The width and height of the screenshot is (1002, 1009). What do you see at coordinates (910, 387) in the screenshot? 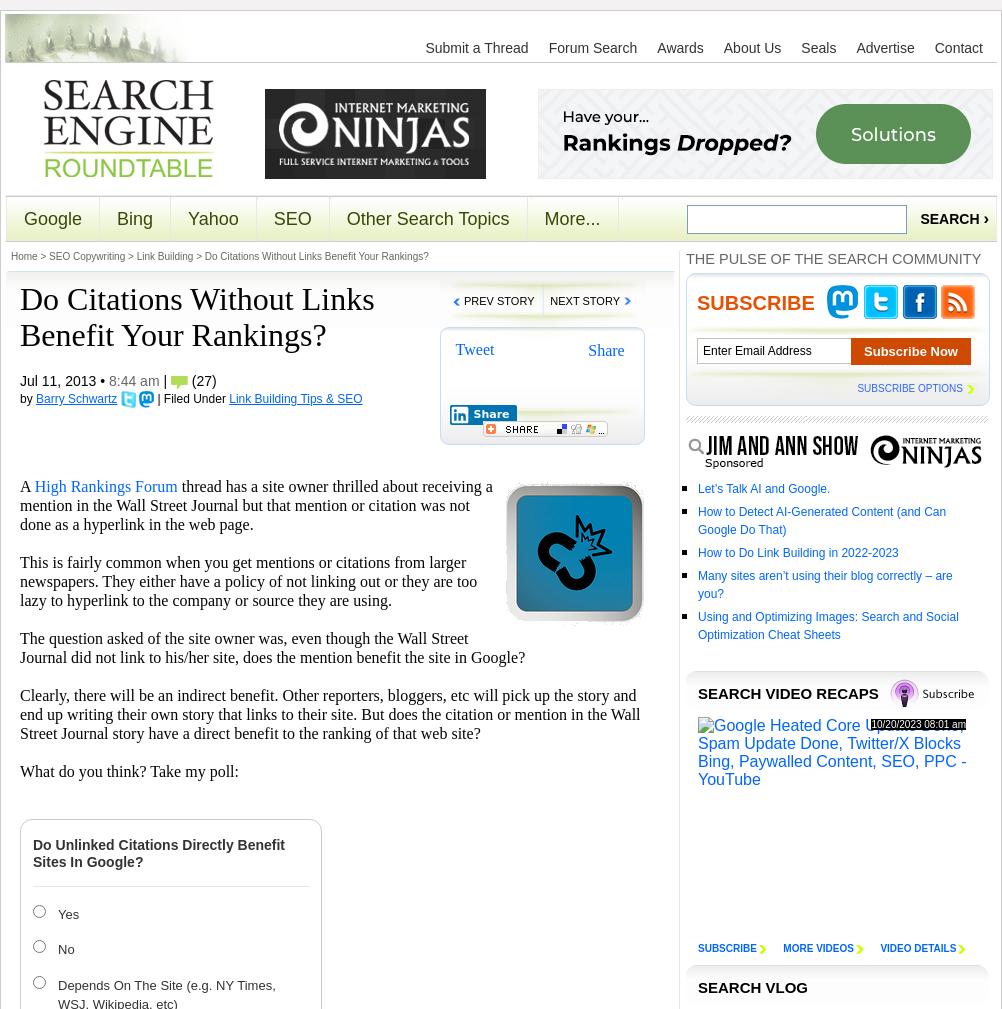
I see `'Subscribe options'` at bounding box center [910, 387].